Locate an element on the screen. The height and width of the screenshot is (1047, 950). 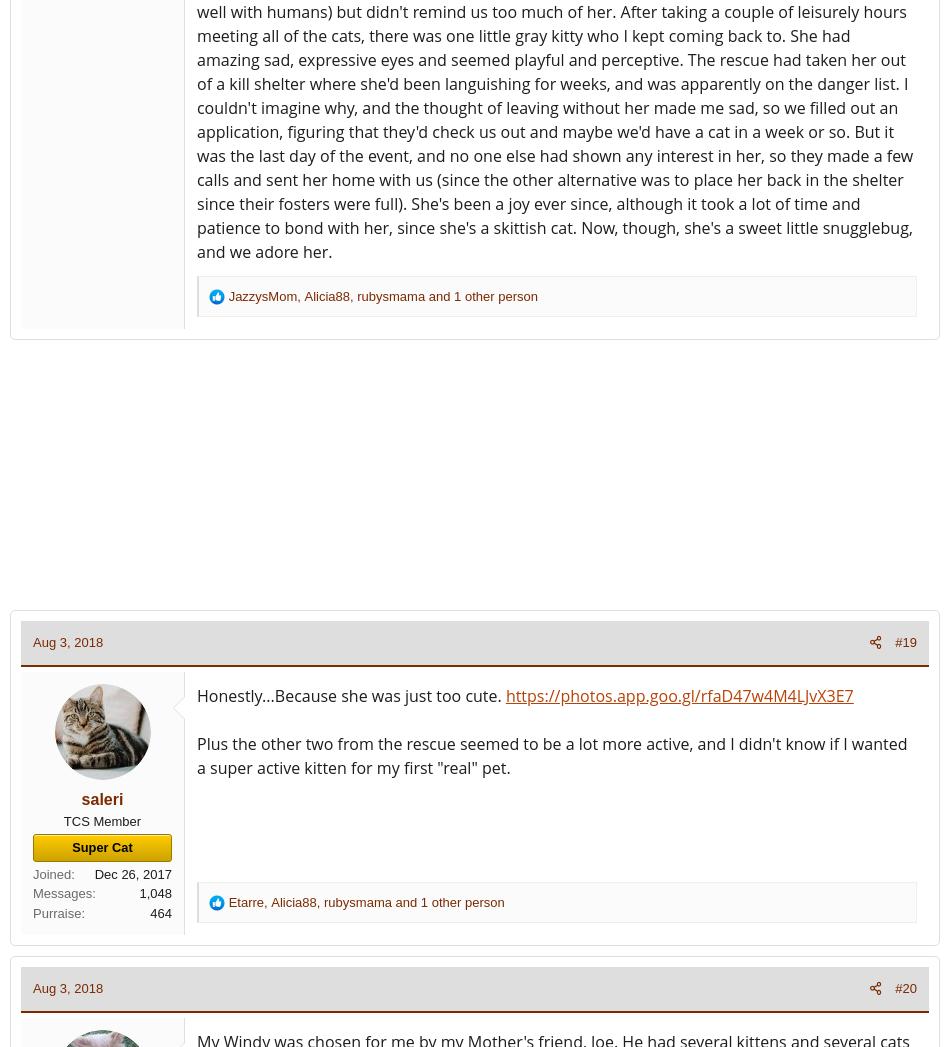
'TCS Member' is located at coordinates (102, 820).